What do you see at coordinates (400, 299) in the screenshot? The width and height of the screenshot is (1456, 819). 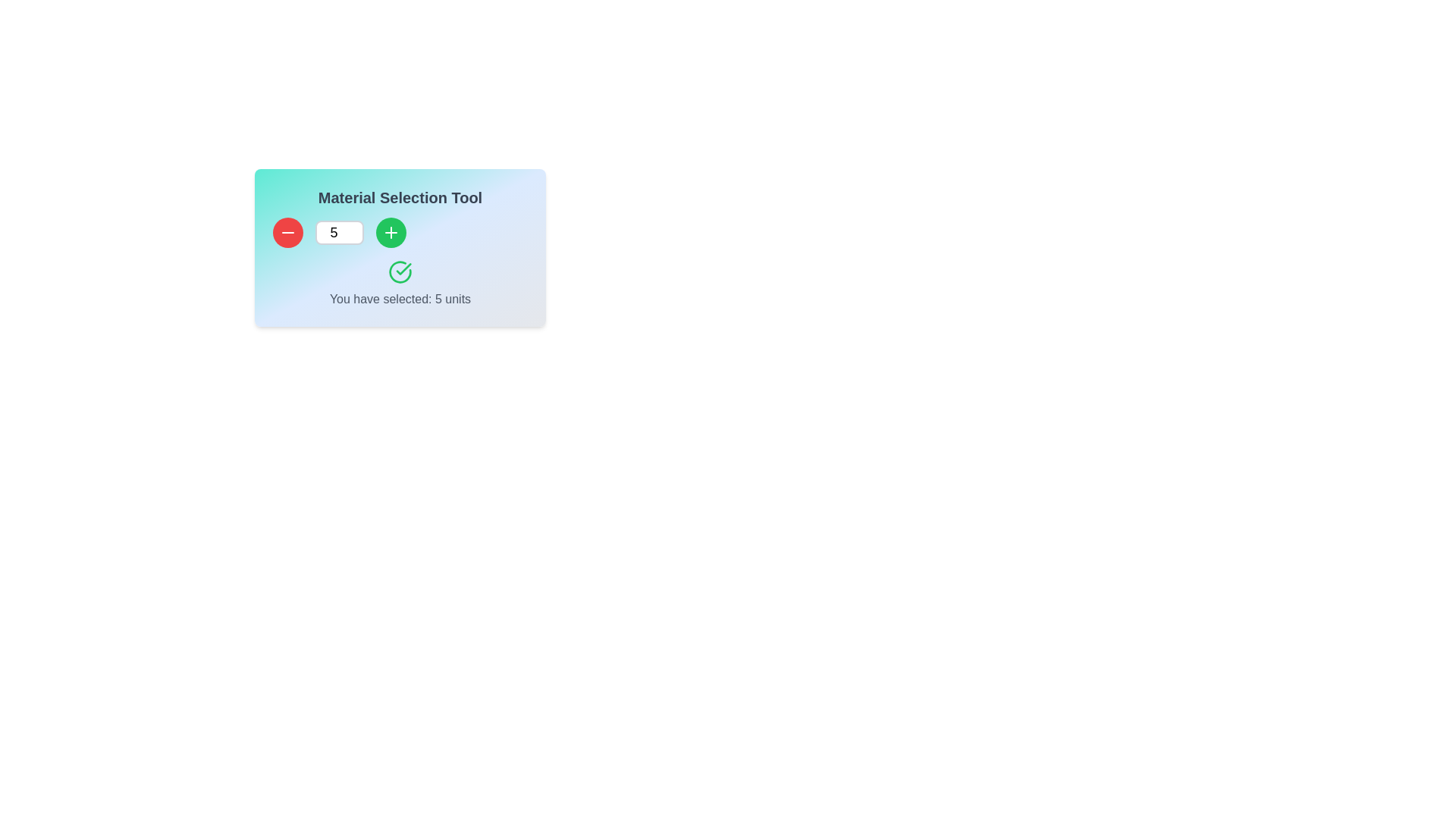 I see `the static text displaying 'You have selected: 5 units', which is centrally aligned below the green checkmark icon and number input interface` at bounding box center [400, 299].